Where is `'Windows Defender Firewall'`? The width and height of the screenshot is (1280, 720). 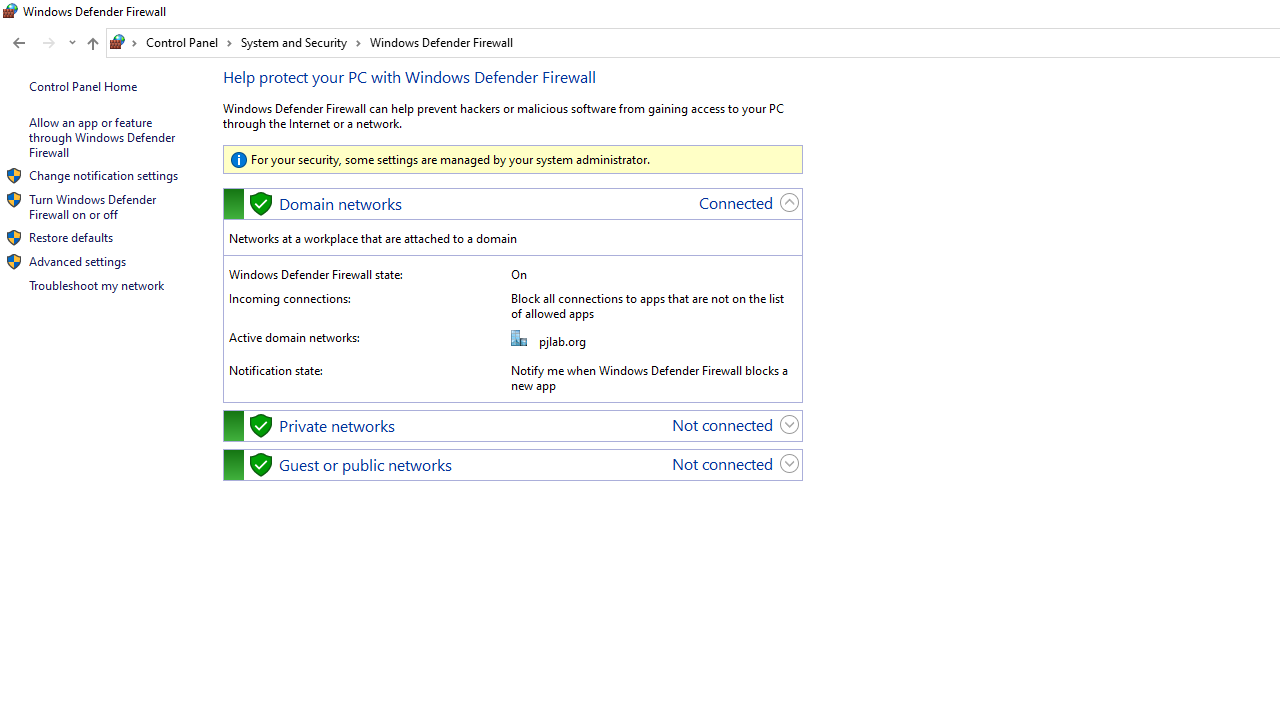
'Windows Defender Firewall' is located at coordinates (440, 42).